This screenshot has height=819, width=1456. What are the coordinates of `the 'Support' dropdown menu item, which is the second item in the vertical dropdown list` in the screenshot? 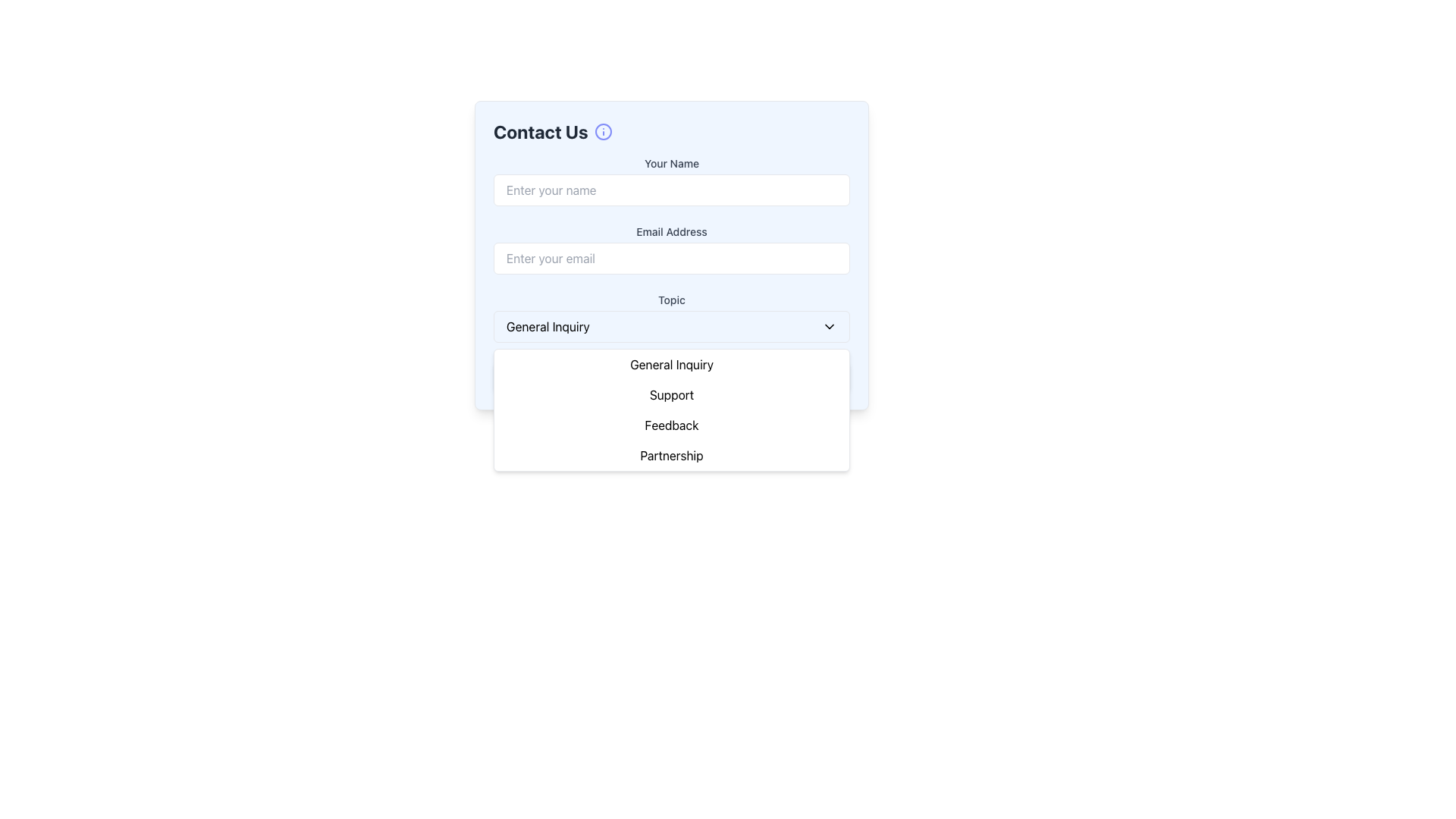 It's located at (671, 394).